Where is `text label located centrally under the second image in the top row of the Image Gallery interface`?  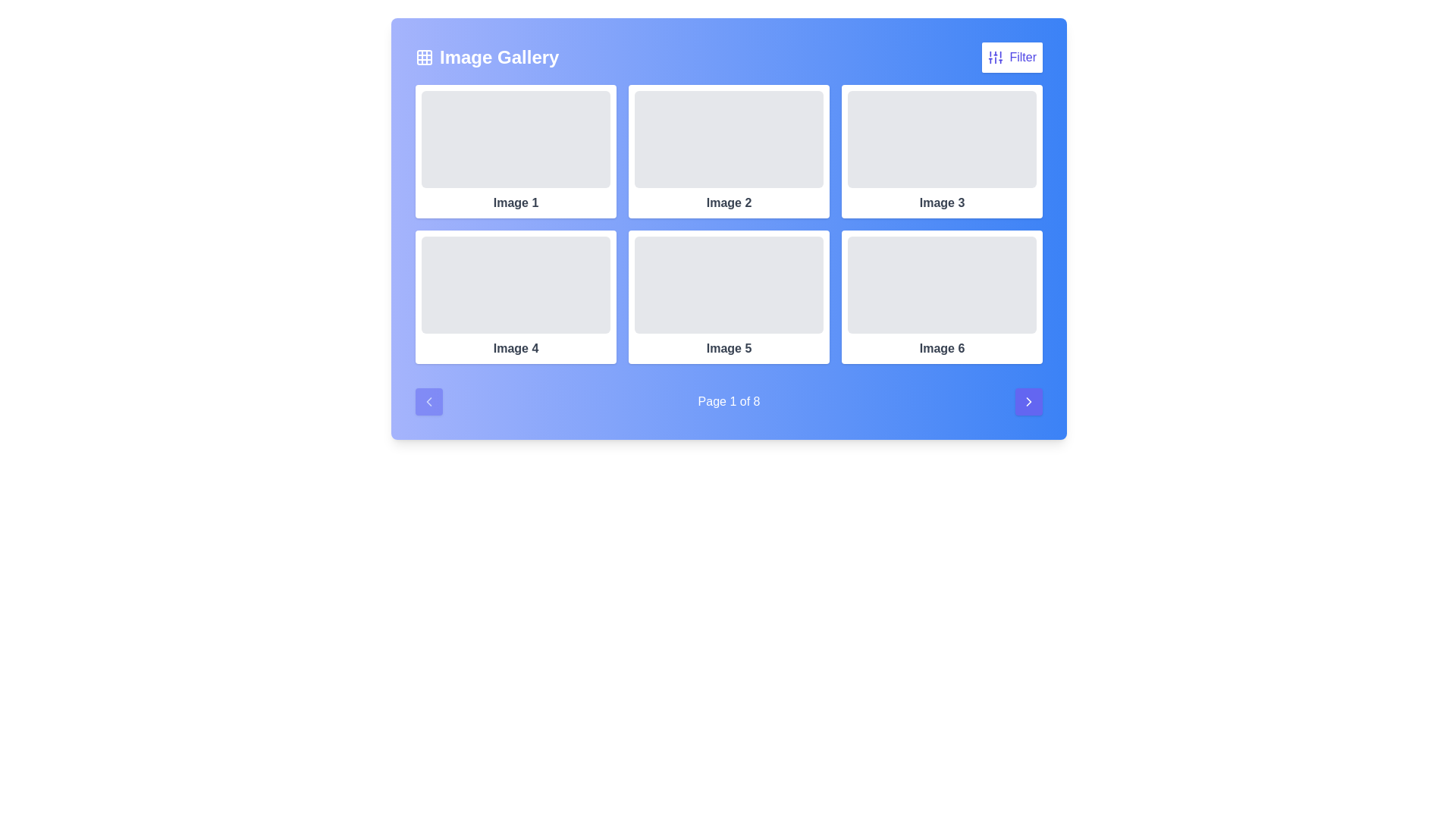
text label located centrally under the second image in the top row of the Image Gallery interface is located at coordinates (729, 202).